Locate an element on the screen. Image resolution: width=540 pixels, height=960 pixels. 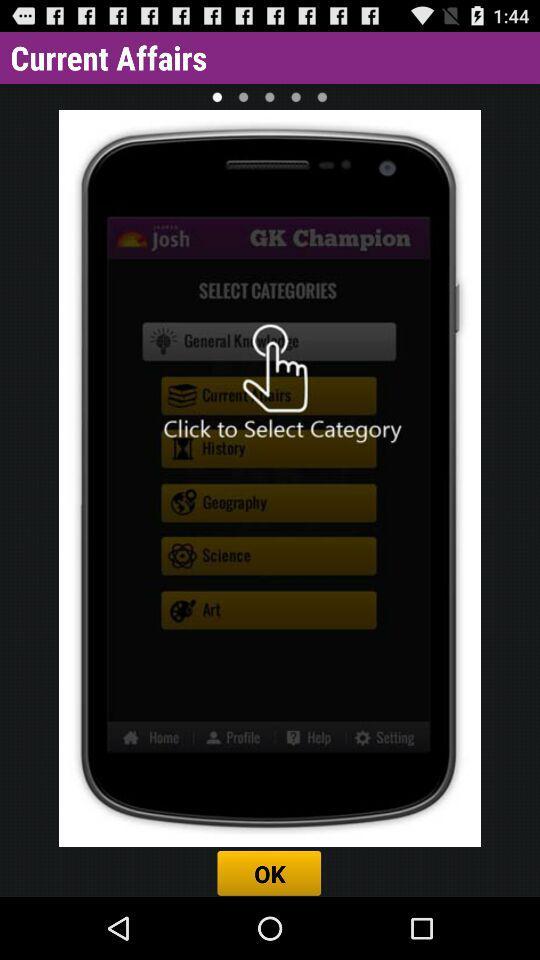
the national_flag icon is located at coordinates (216, 103).